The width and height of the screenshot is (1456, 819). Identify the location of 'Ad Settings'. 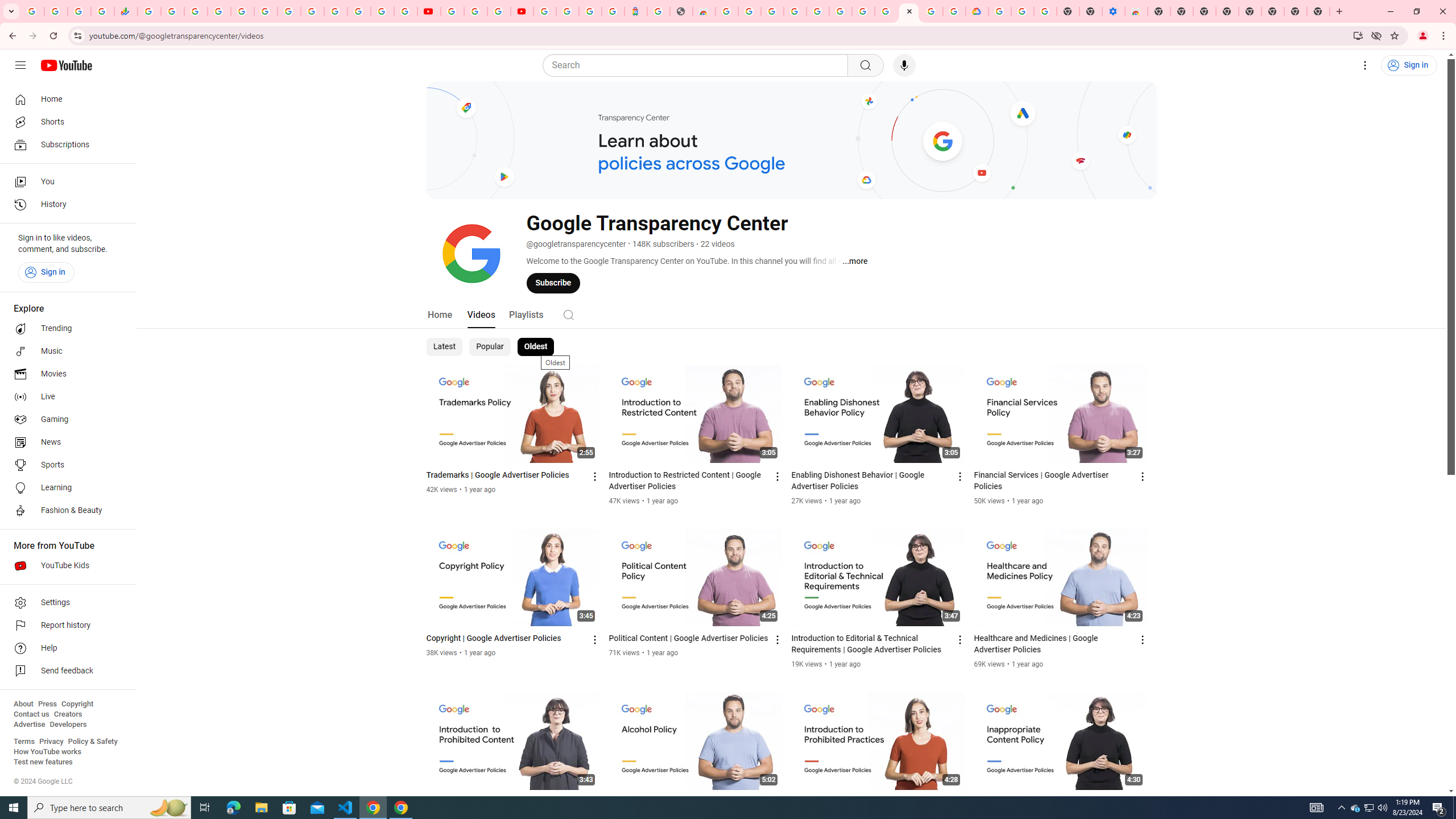
(795, 11).